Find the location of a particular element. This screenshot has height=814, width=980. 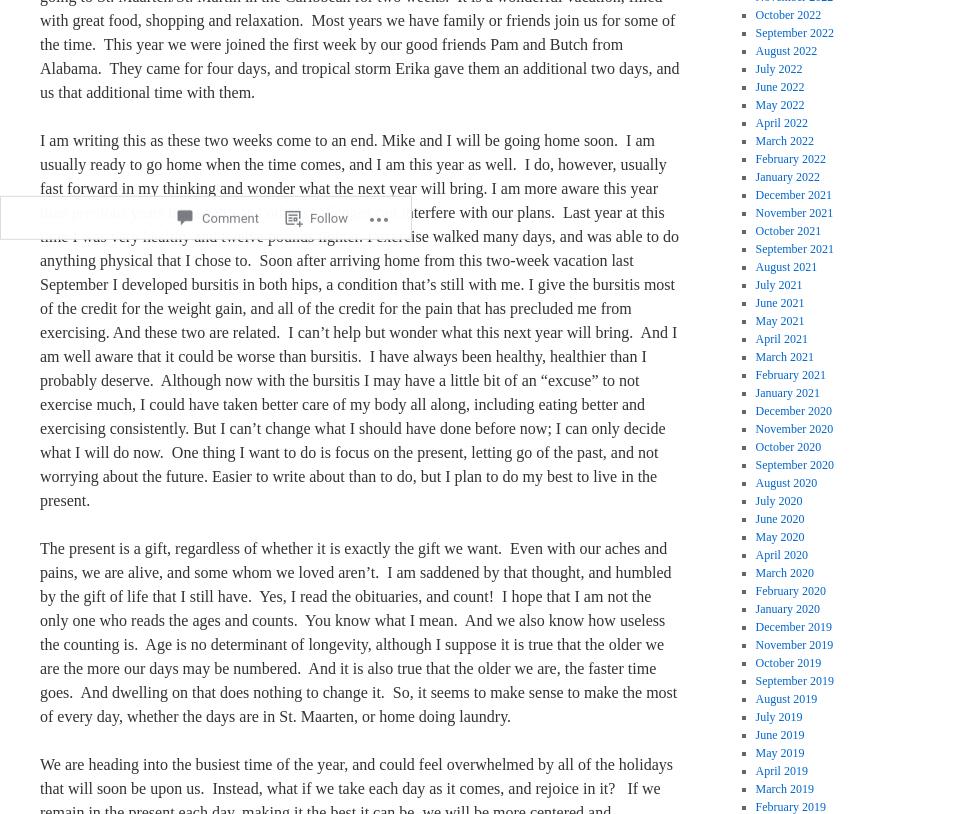

'September 2020' is located at coordinates (754, 464).